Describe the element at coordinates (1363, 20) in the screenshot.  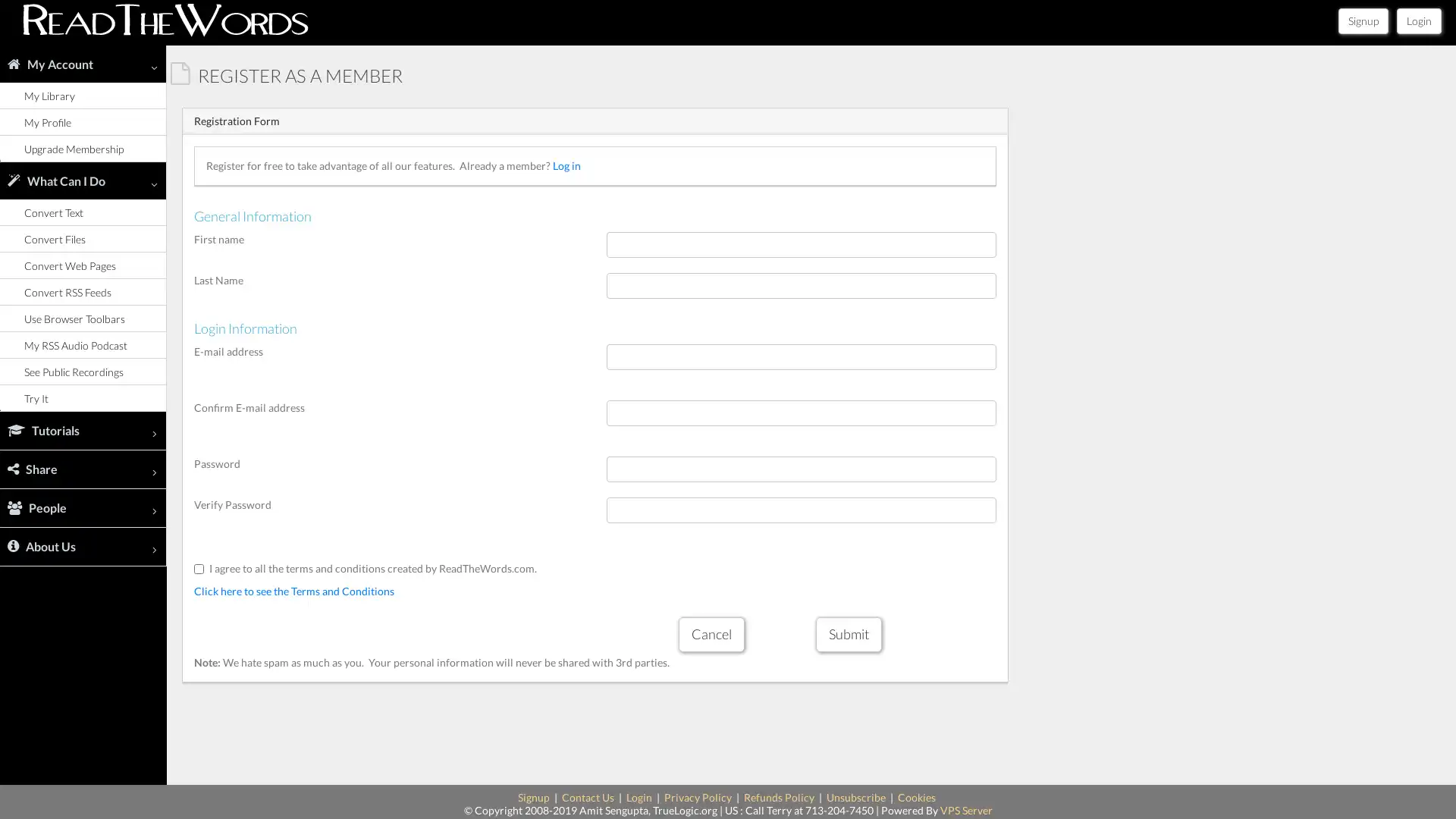
I see `Signup` at that location.